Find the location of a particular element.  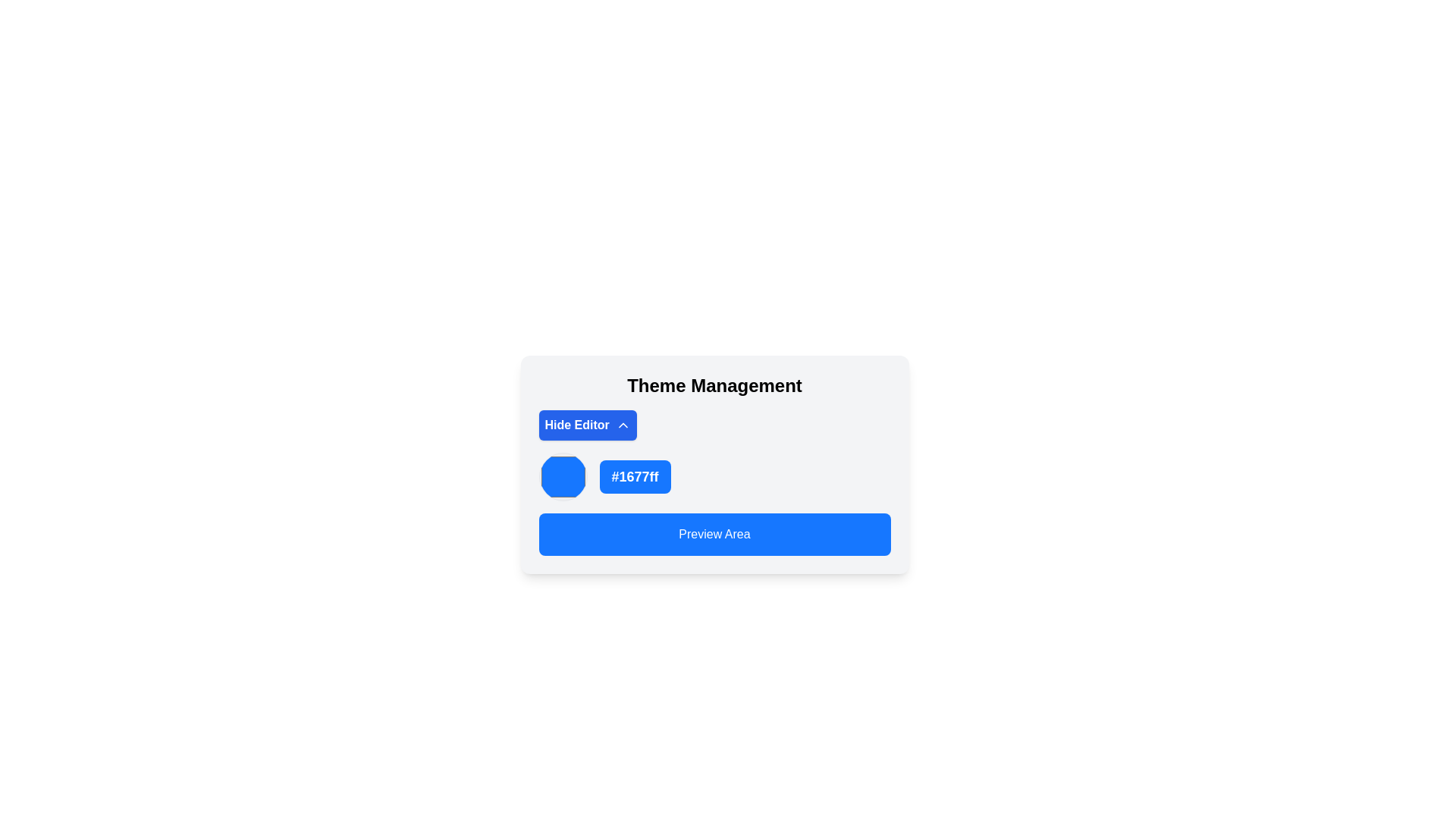

the Text display button with the bright blue background and bold white text '#1677ff', located in the upper section of the 'Theme Management' panel, to the right of the circular color preview element and below the 'Hide Editor' dropdown is located at coordinates (635, 475).